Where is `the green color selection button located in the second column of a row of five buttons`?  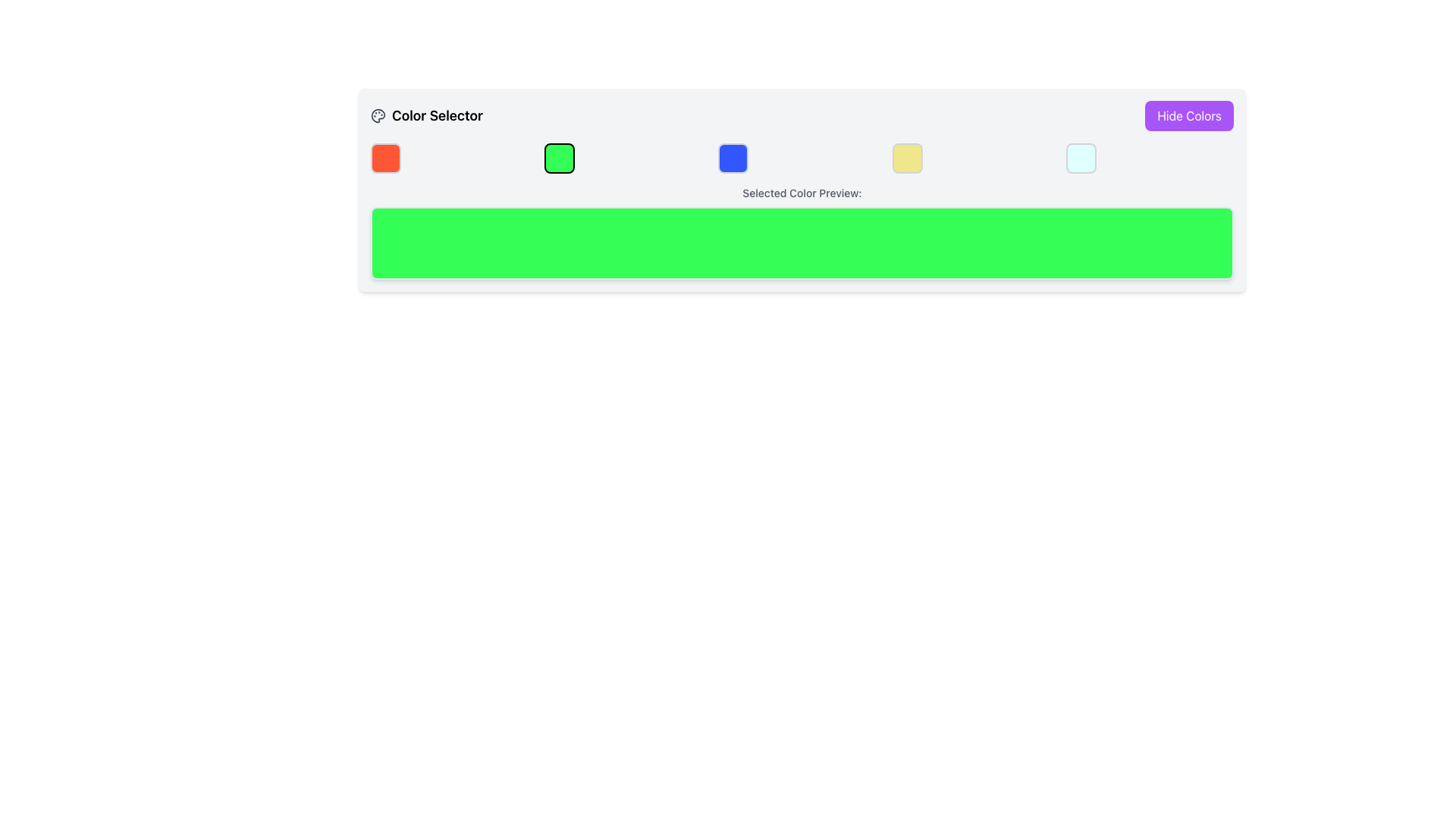
the green color selection button located in the second column of a row of five buttons is located at coordinates (559, 158).